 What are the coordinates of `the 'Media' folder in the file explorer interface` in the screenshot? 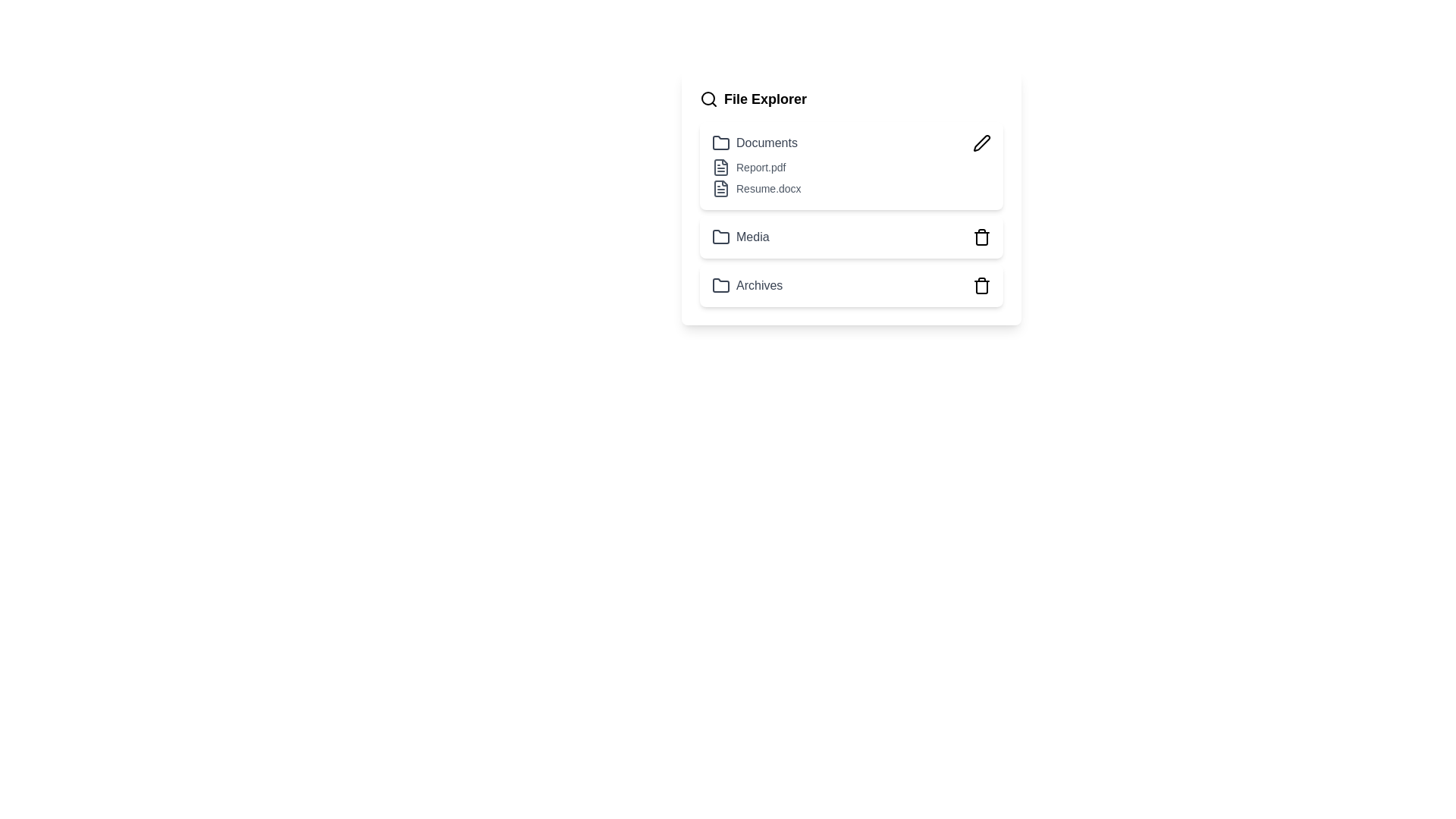 It's located at (852, 237).